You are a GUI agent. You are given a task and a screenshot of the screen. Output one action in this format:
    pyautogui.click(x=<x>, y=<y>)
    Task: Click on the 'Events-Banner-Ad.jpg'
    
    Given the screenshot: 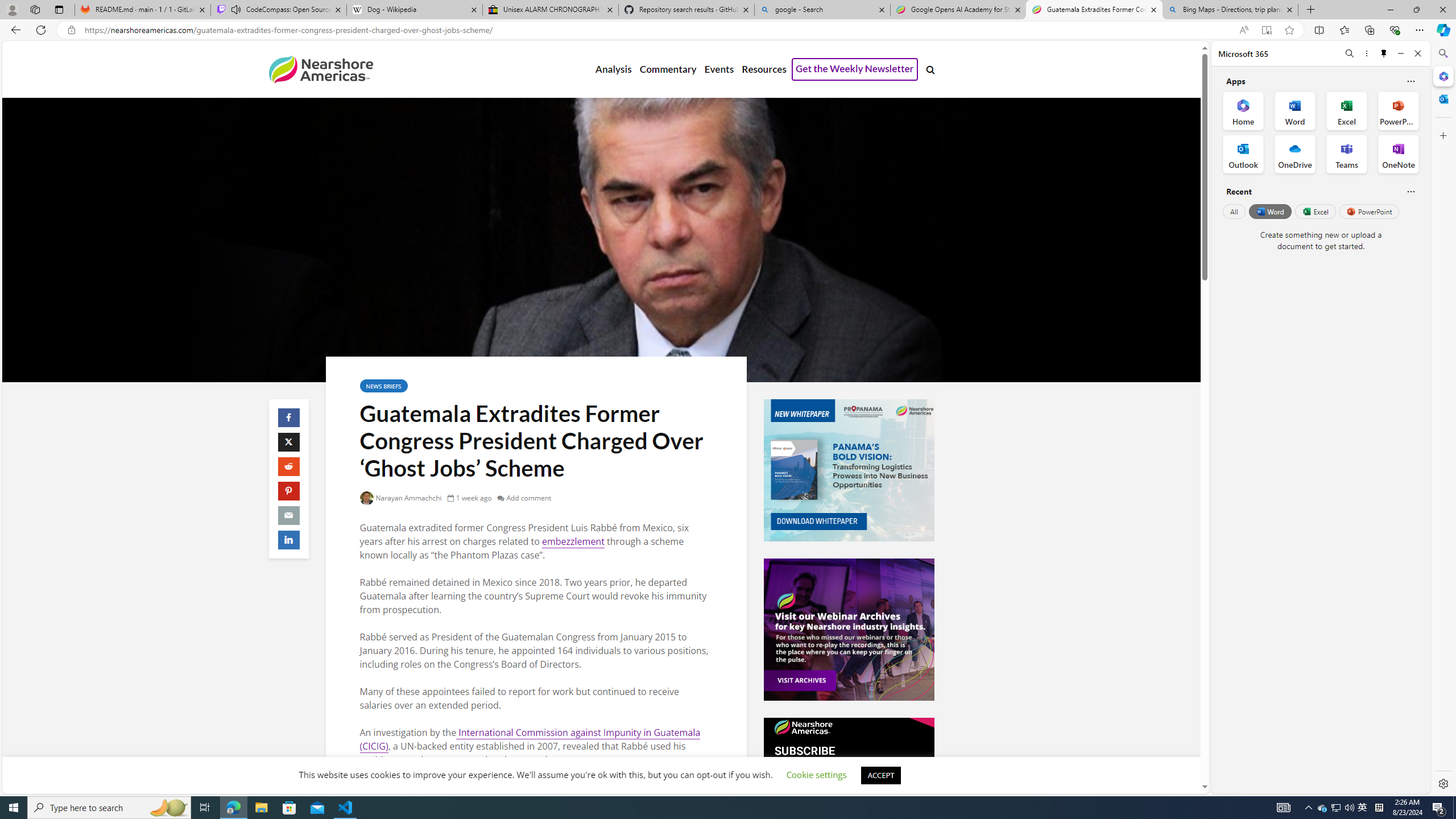 What is the action you would take?
    pyautogui.click(x=848, y=629)
    